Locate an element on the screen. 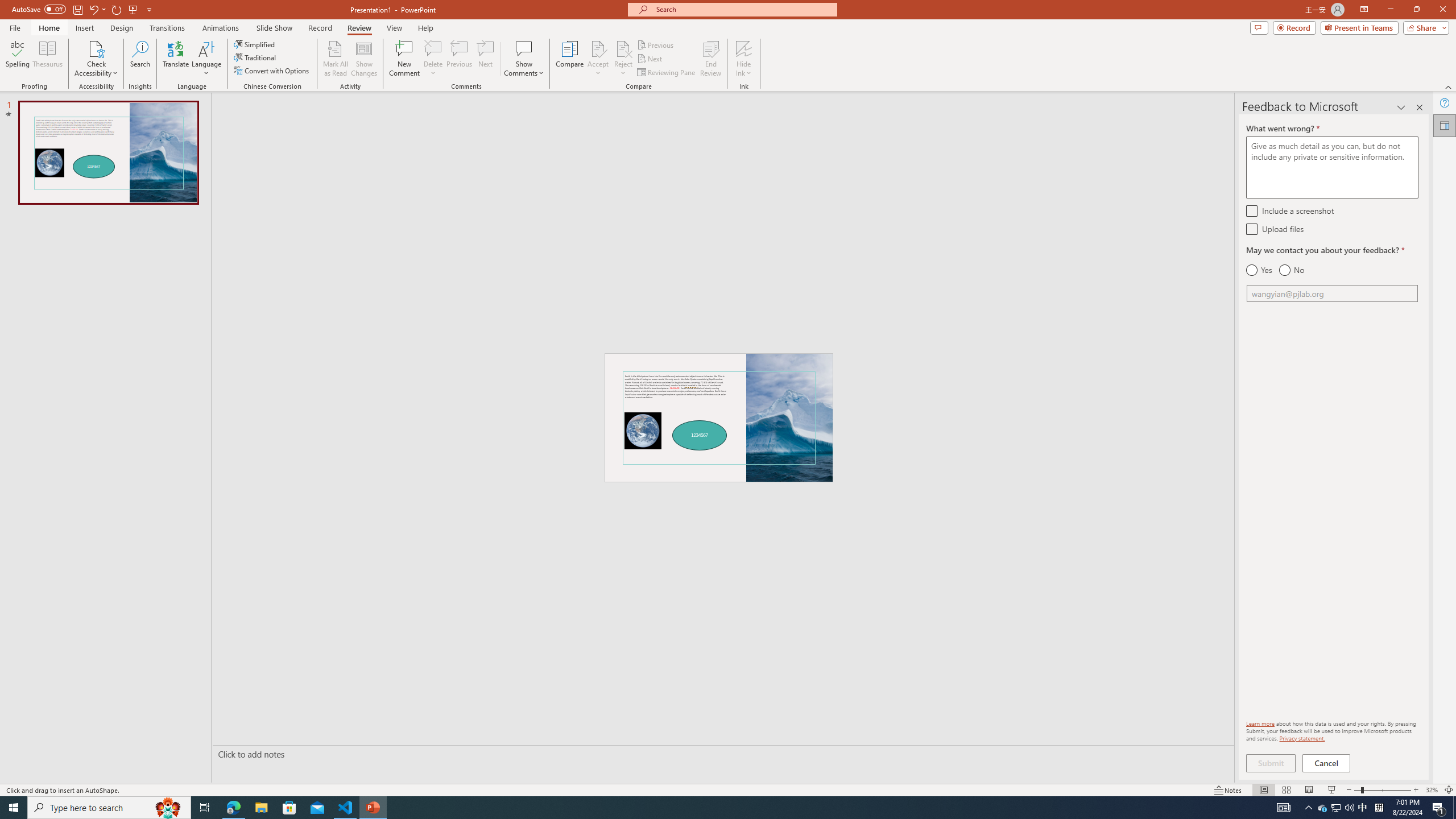 The image size is (1456, 819). 'Compare' is located at coordinates (570, 59).